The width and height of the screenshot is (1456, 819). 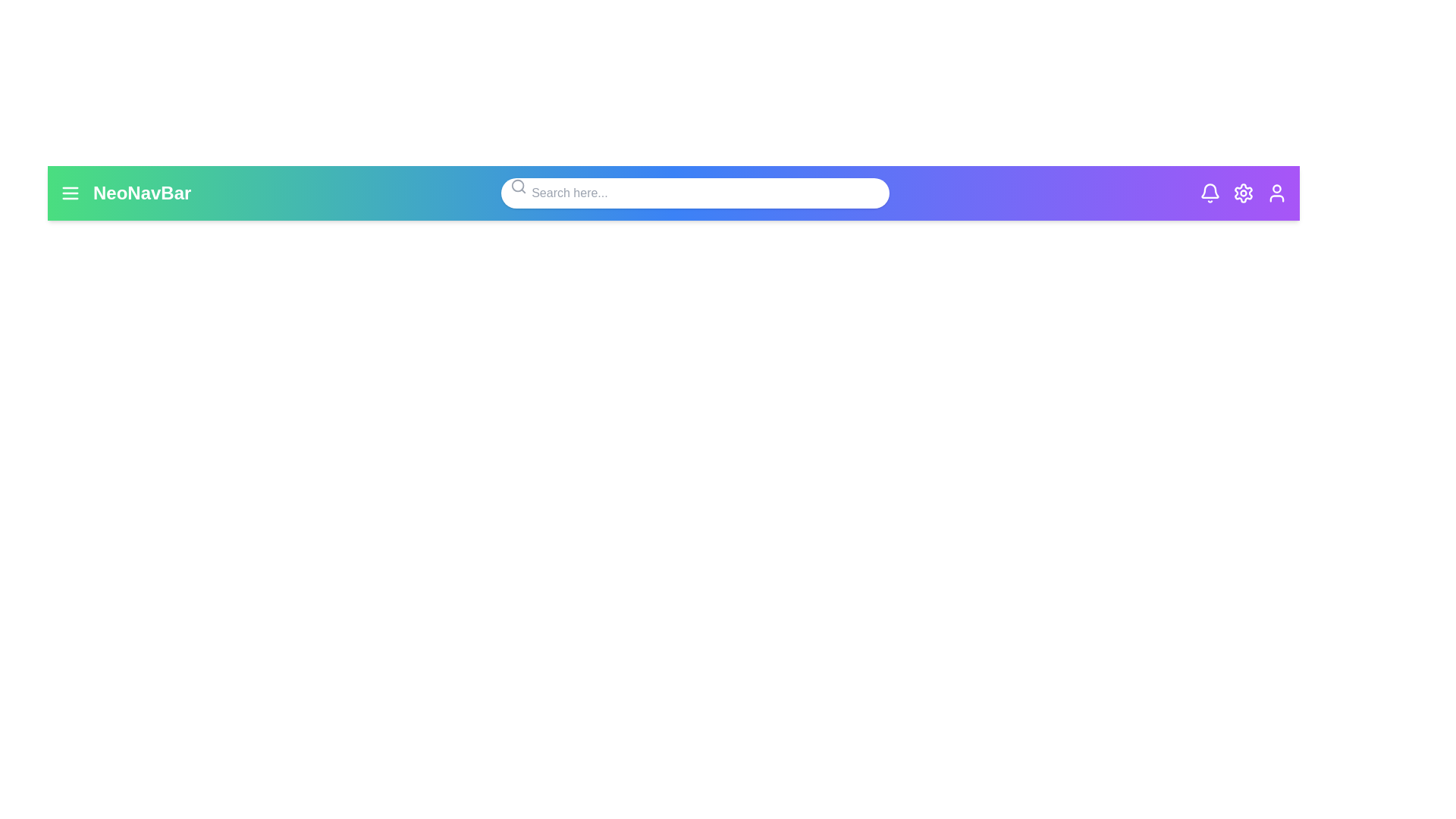 What do you see at coordinates (694, 192) in the screenshot?
I see `the center of the search input field to focus on it` at bounding box center [694, 192].